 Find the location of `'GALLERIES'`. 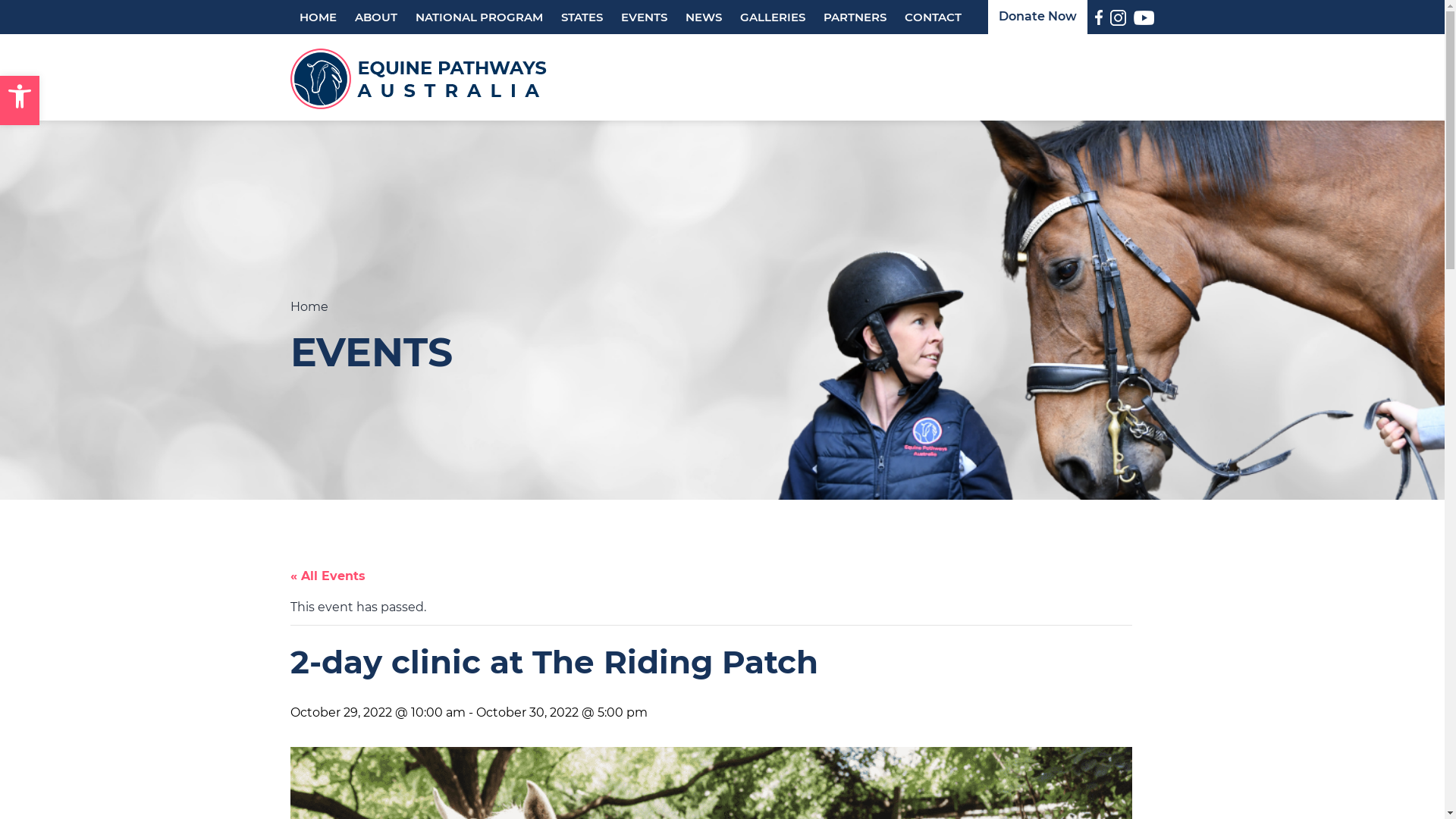

'GALLERIES' is located at coordinates (772, 17).